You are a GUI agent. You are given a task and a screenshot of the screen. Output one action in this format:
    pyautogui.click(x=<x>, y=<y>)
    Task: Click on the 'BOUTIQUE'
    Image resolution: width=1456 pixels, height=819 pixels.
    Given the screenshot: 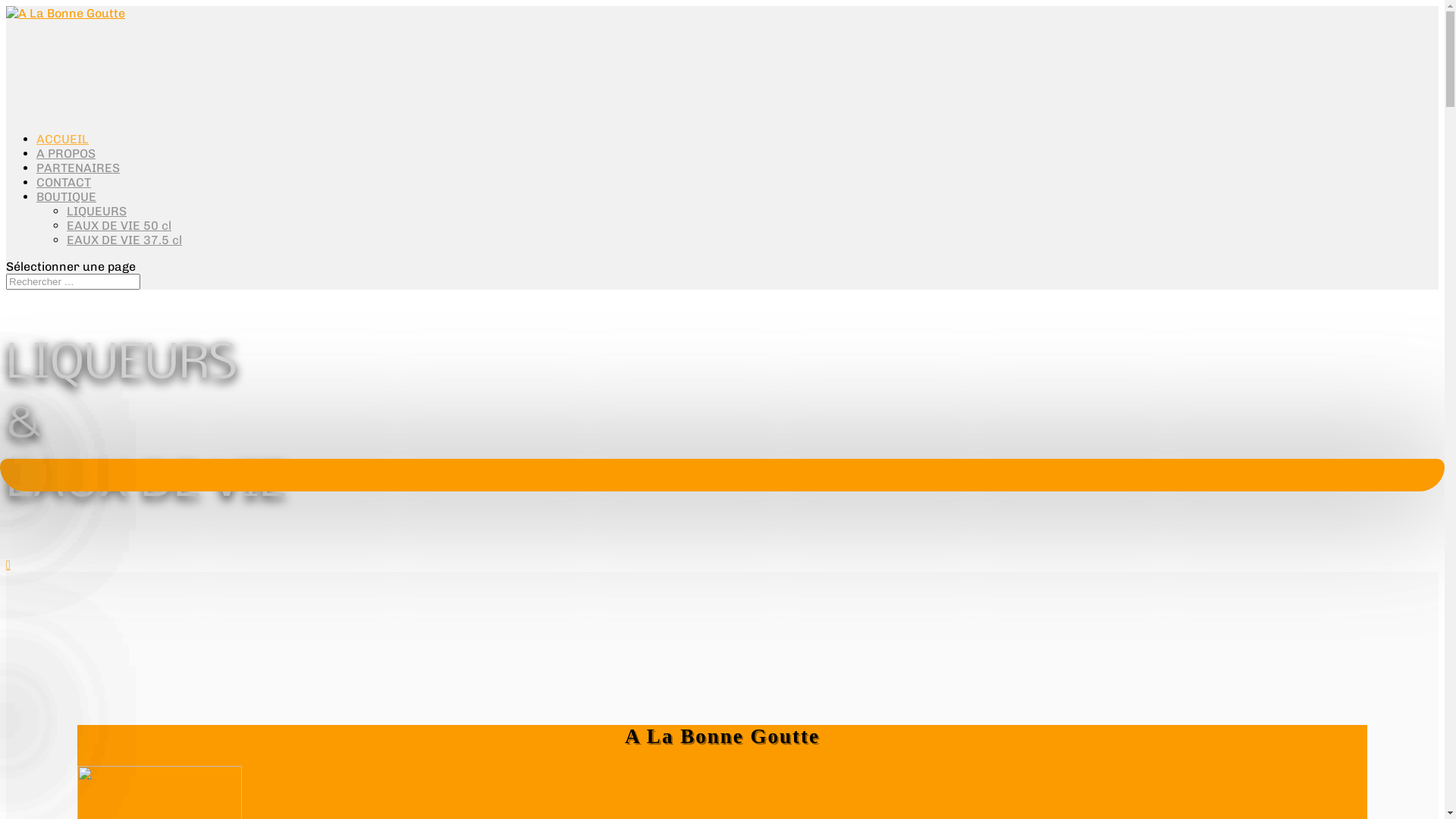 What is the action you would take?
    pyautogui.click(x=65, y=196)
    